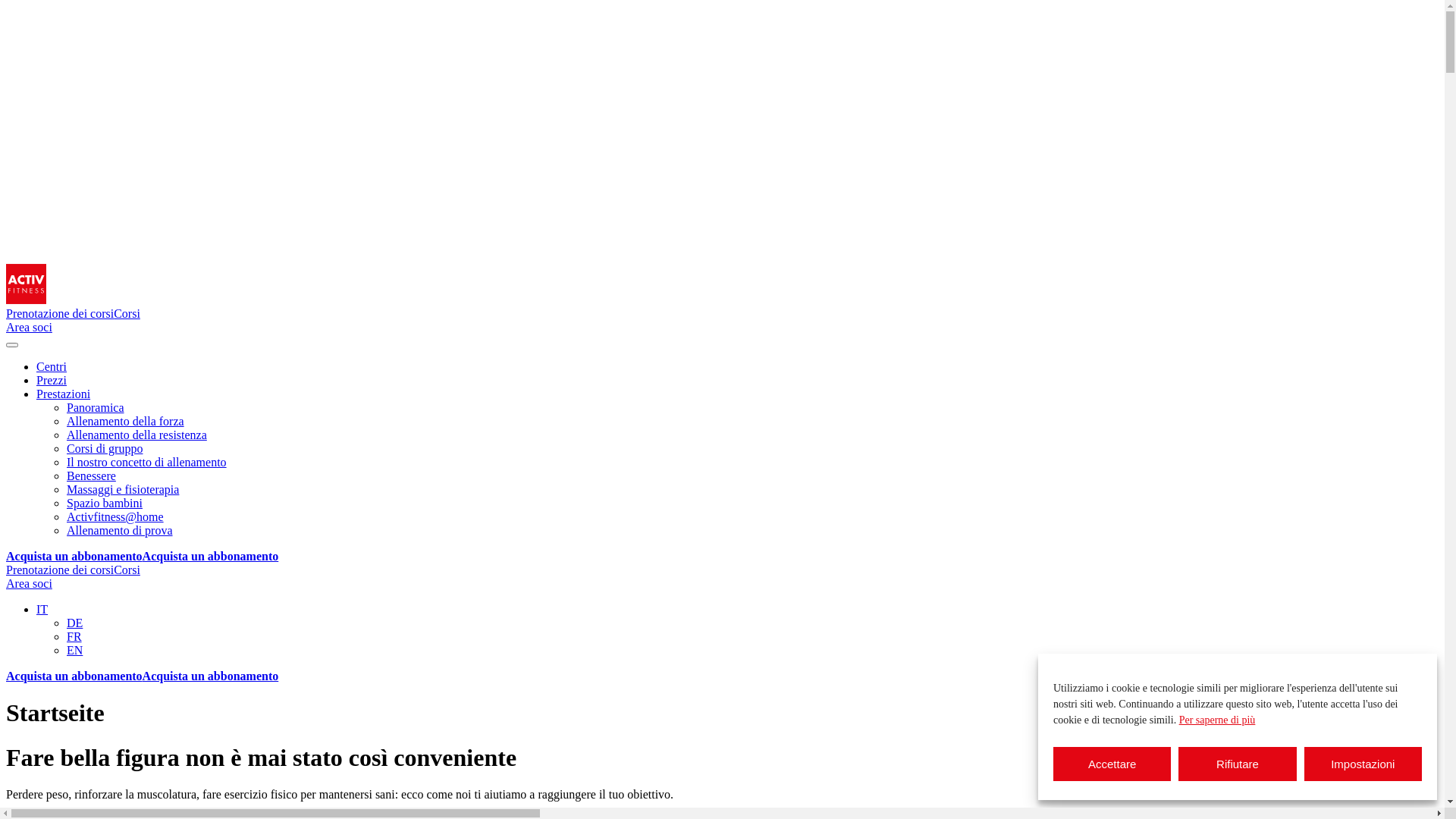 This screenshot has width=1456, height=819. I want to click on 'Impostazioni', so click(1363, 764).